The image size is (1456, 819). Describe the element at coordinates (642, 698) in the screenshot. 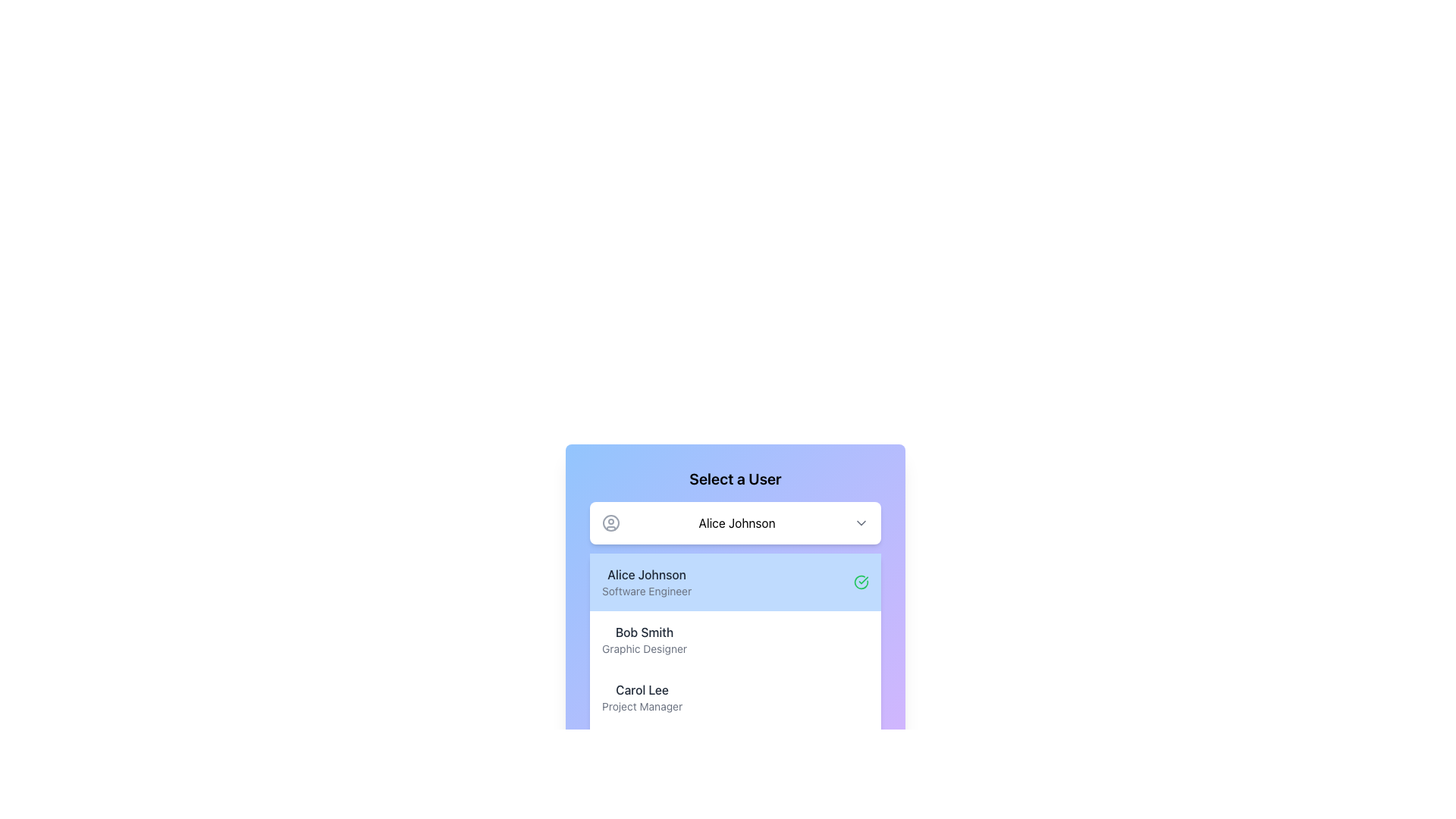

I see `the user entry for 'Carol Lee,' the third user listed under 'Select a User,' to initiate interaction` at that location.